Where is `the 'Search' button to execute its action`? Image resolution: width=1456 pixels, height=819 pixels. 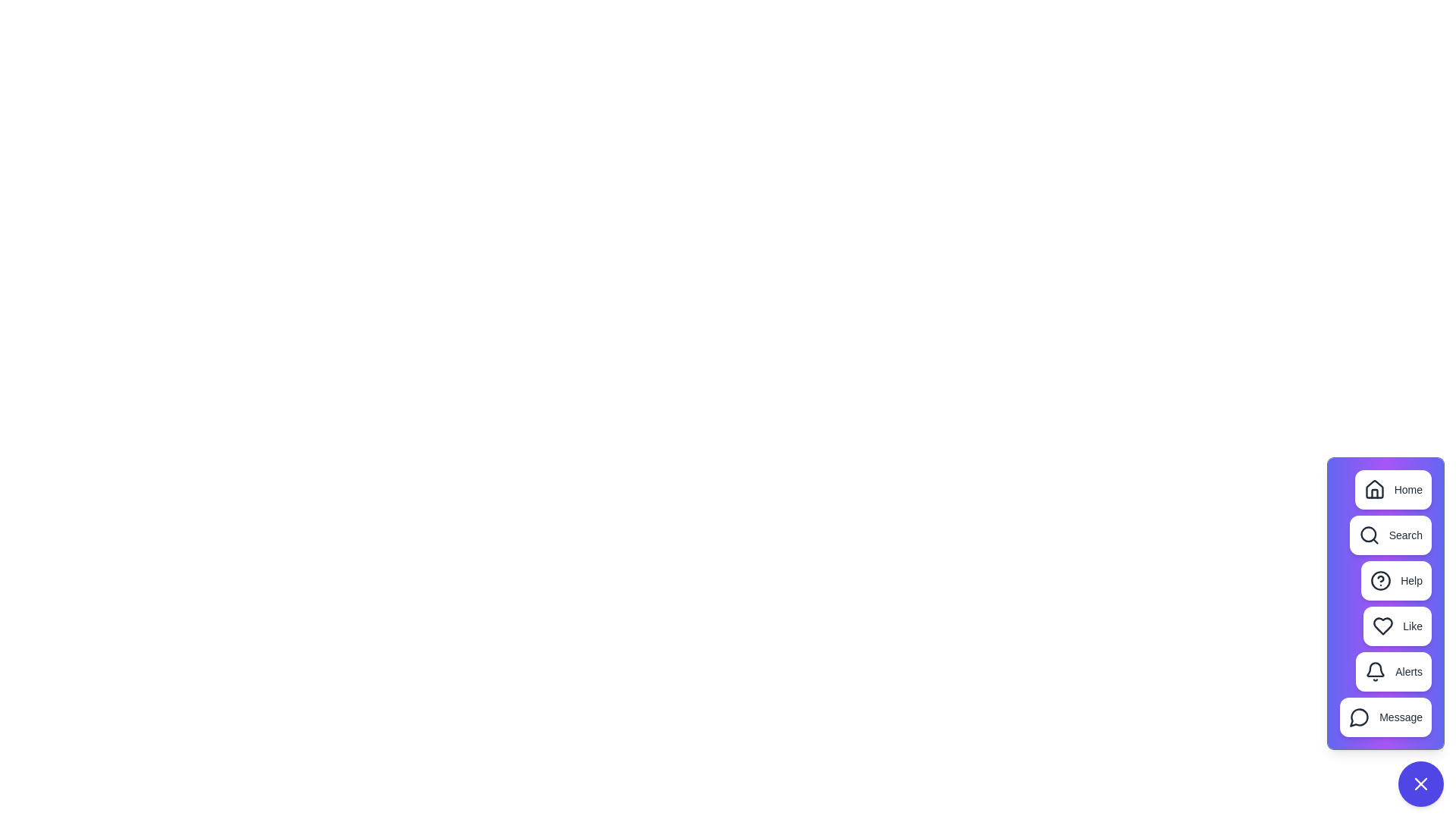 the 'Search' button to execute its action is located at coordinates (1390, 534).